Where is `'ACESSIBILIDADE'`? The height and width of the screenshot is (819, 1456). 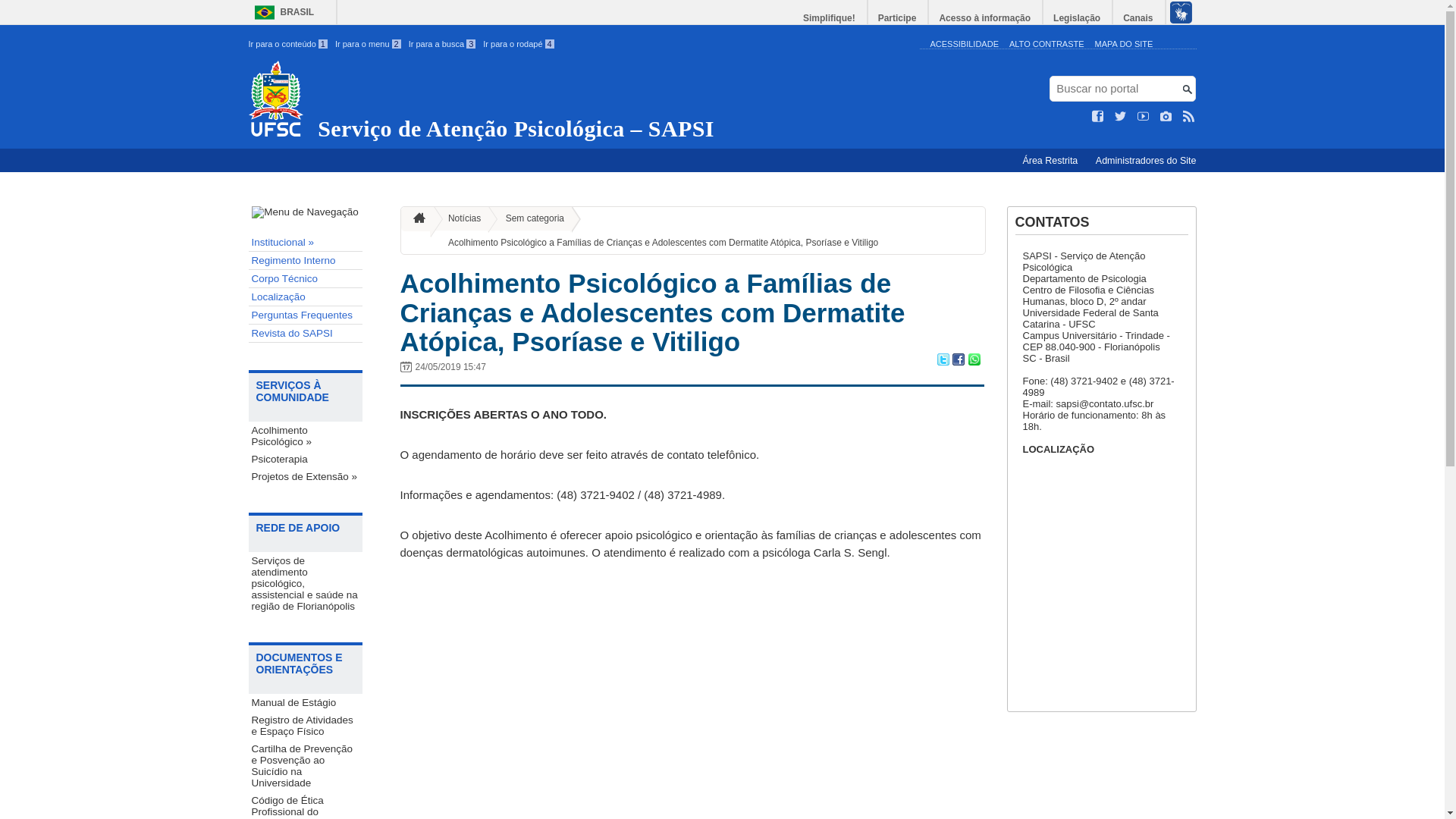 'ACESSIBILIDADE' is located at coordinates (928, 42).